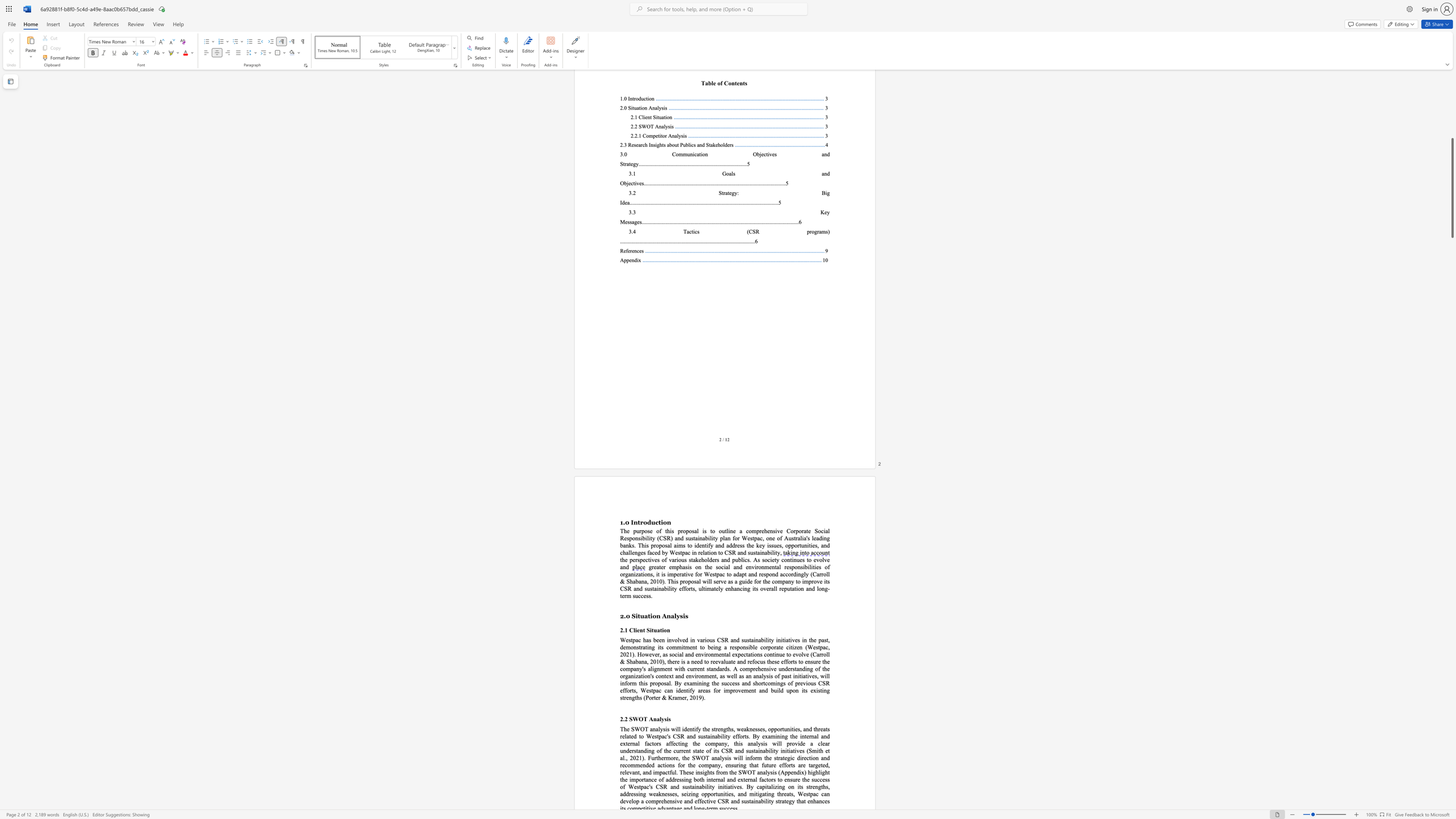 The image size is (1456, 819). Describe the element at coordinates (773, 691) in the screenshot. I see `the subset text "uild upon its existing strengths (Port" within the text "areas for improvement and build upon its existing strengths (Porter & Kramer, 2019)."` at that location.